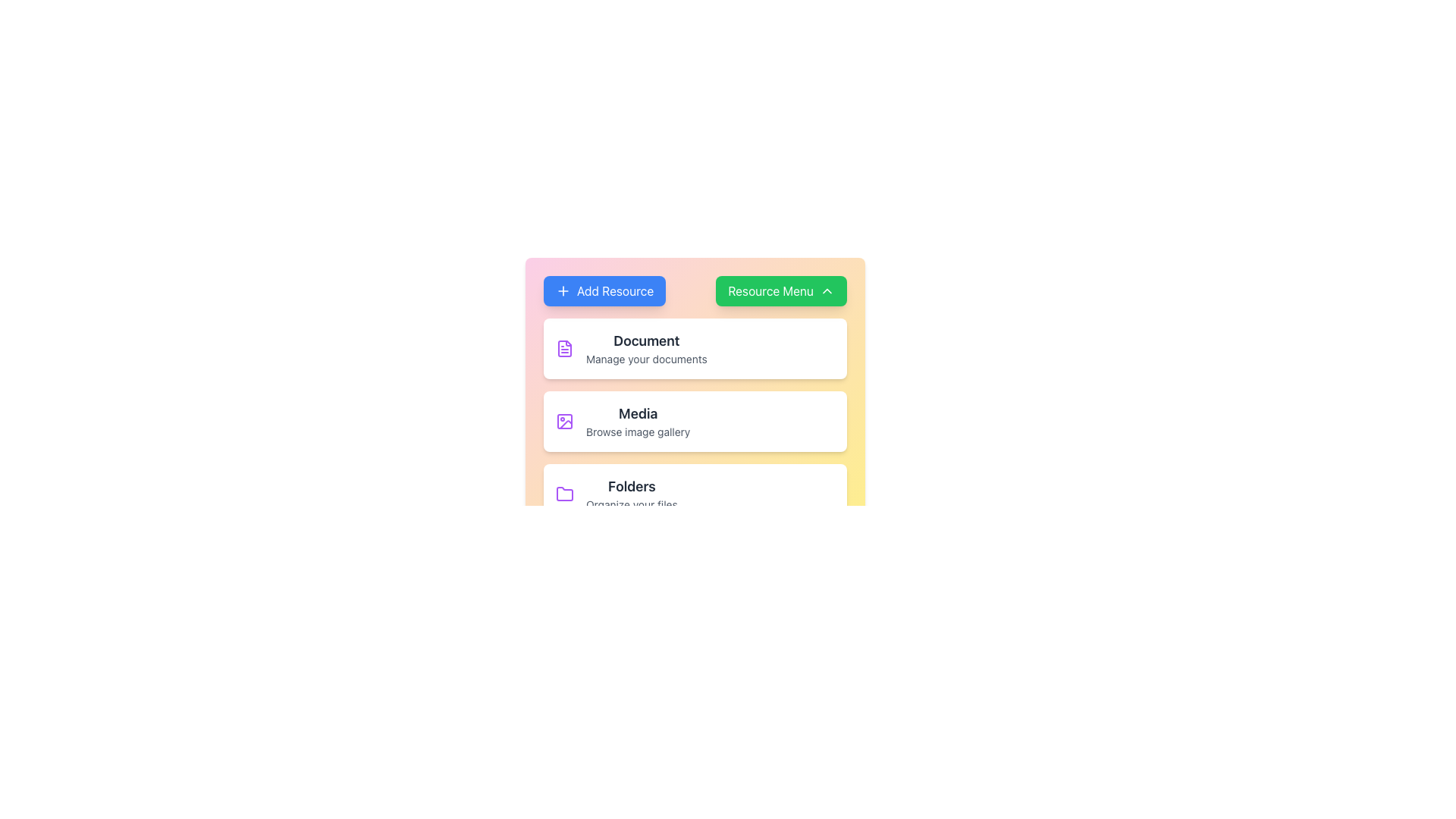 The width and height of the screenshot is (1456, 819). Describe the element at coordinates (646, 341) in the screenshot. I see `the text label that reads 'Document', styled with a large and bold font in dark gray color, positioned above the text 'Manage your documents'` at that location.